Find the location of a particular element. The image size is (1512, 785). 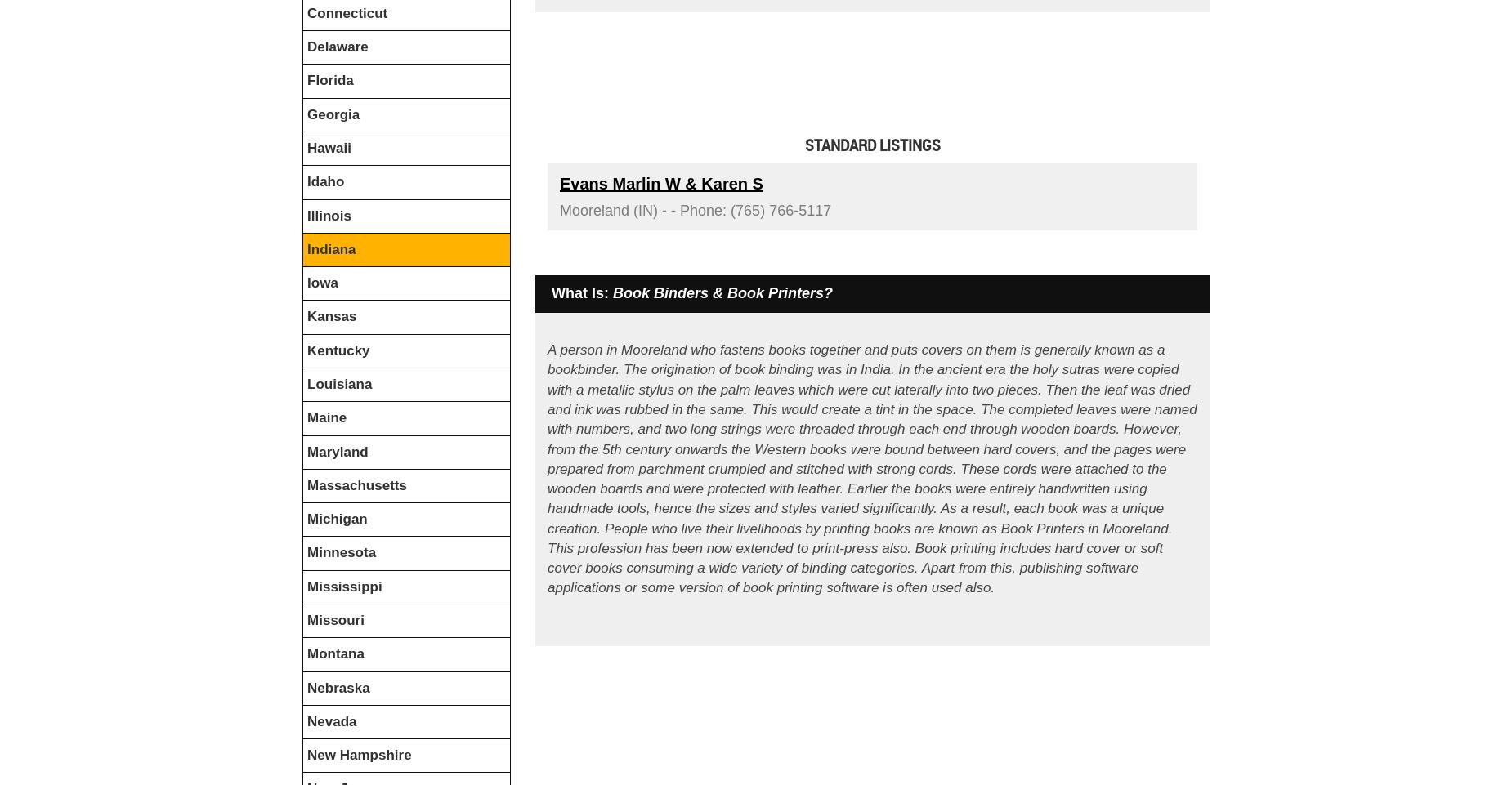

'STANDARD LISTINGS' is located at coordinates (871, 145).